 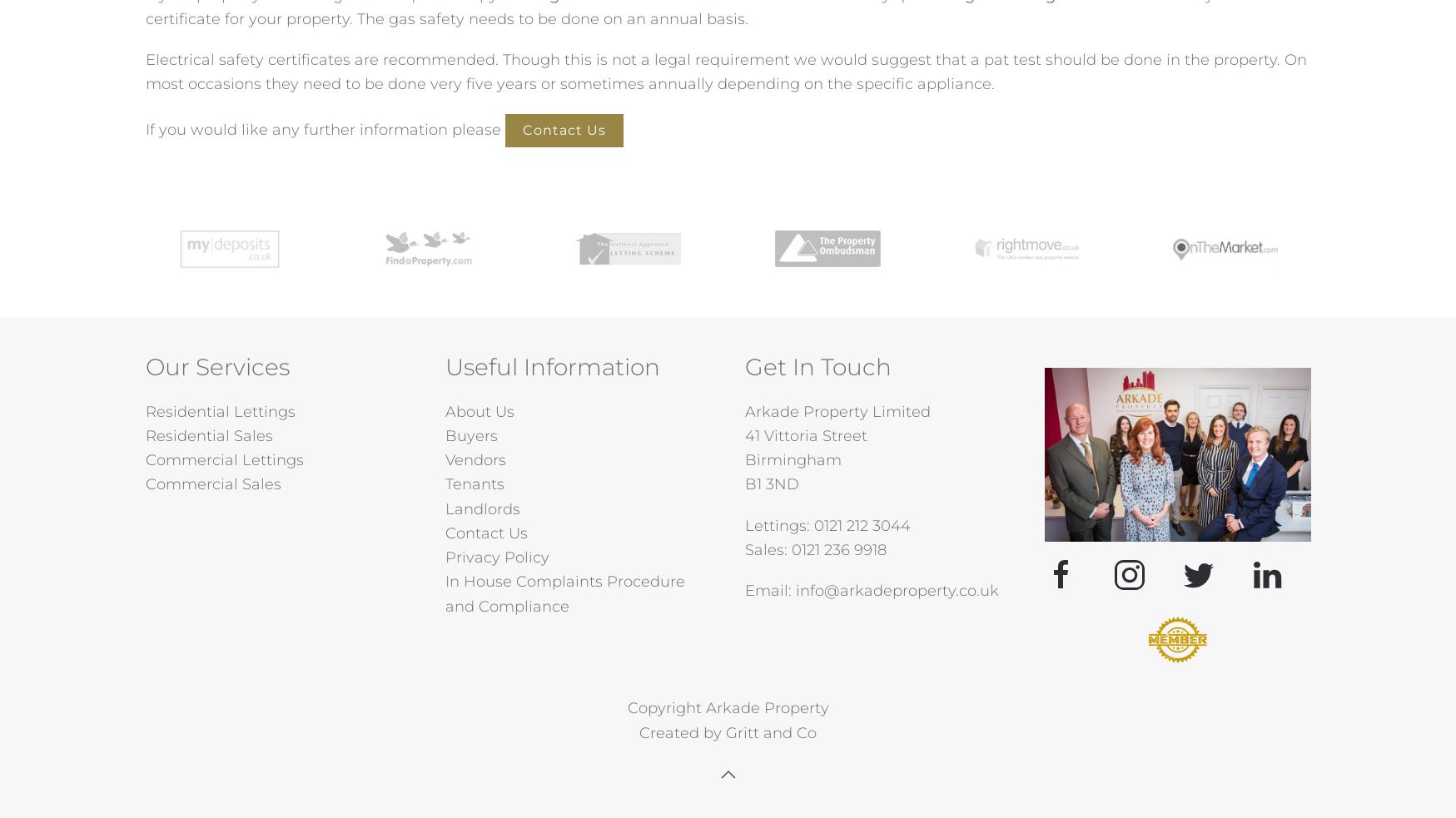 I want to click on 'Commercial Sales', so click(x=212, y=484).